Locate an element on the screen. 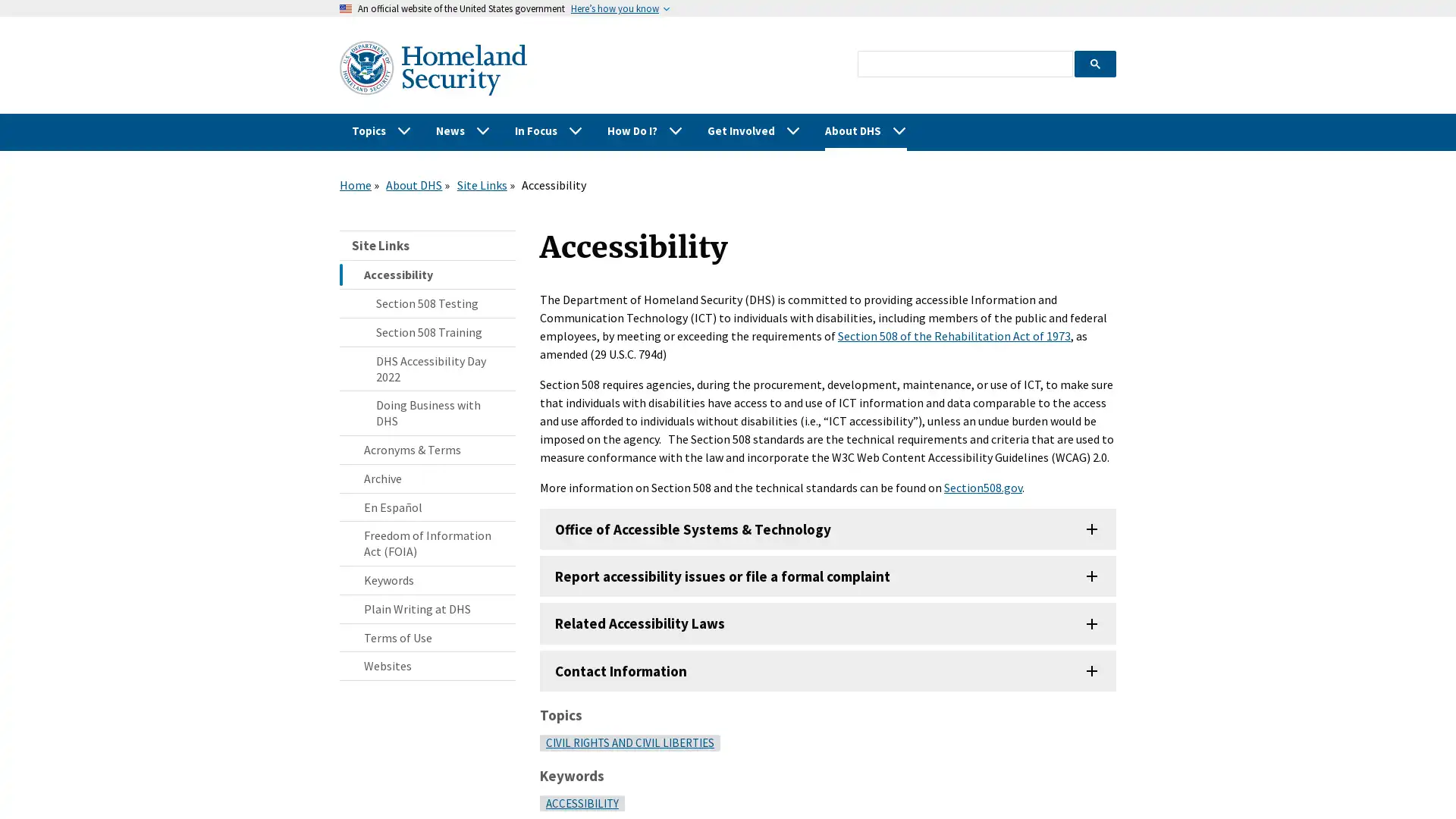  In Focus is located at coordinates (548, 130).